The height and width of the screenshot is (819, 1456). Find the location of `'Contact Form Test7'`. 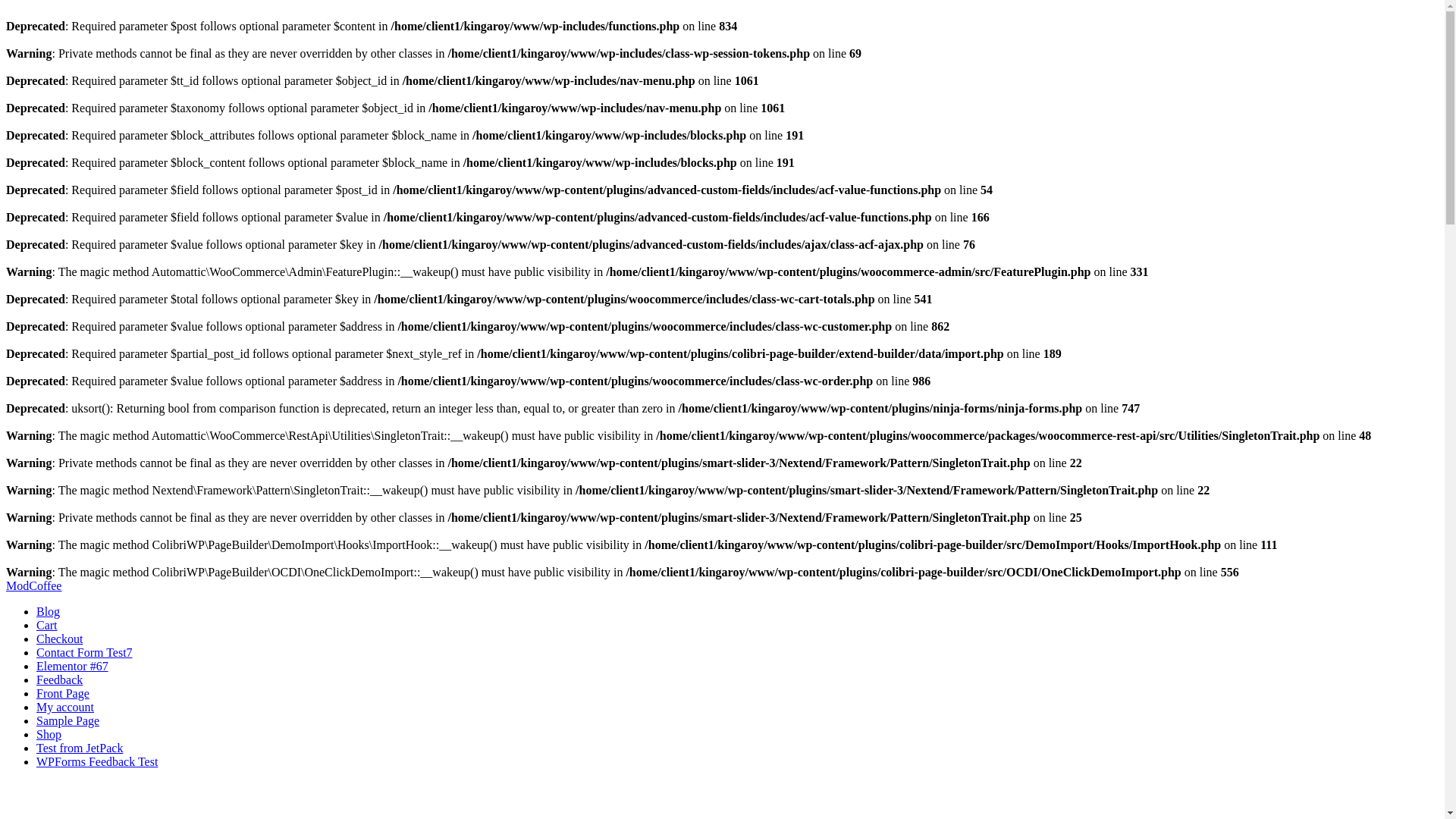

'Contact Form Test7' is located at coordinates (83, 651).